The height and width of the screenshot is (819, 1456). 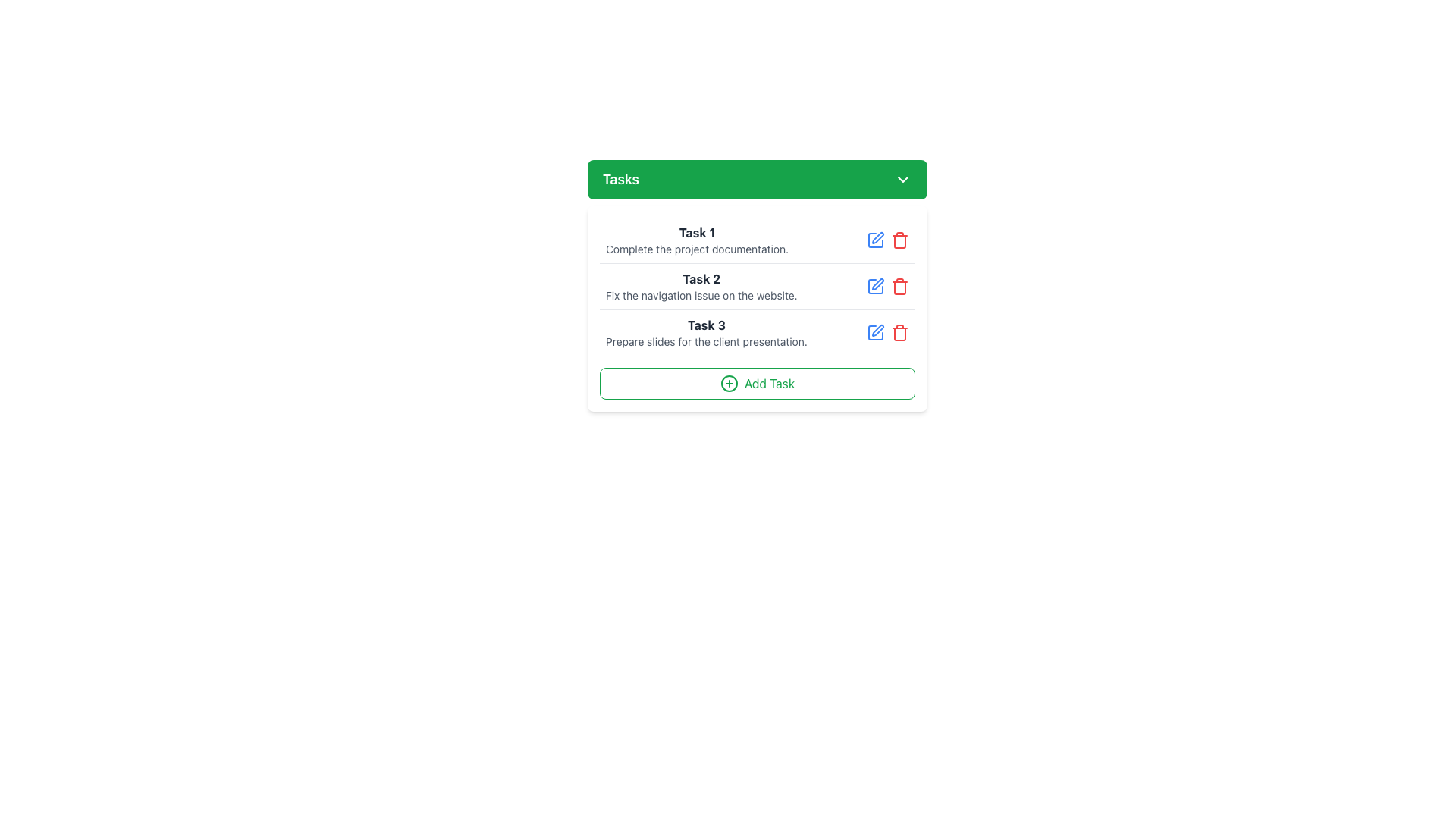 I want to click on the first Text Label in the vertical task list, so click(x=696, y=239).